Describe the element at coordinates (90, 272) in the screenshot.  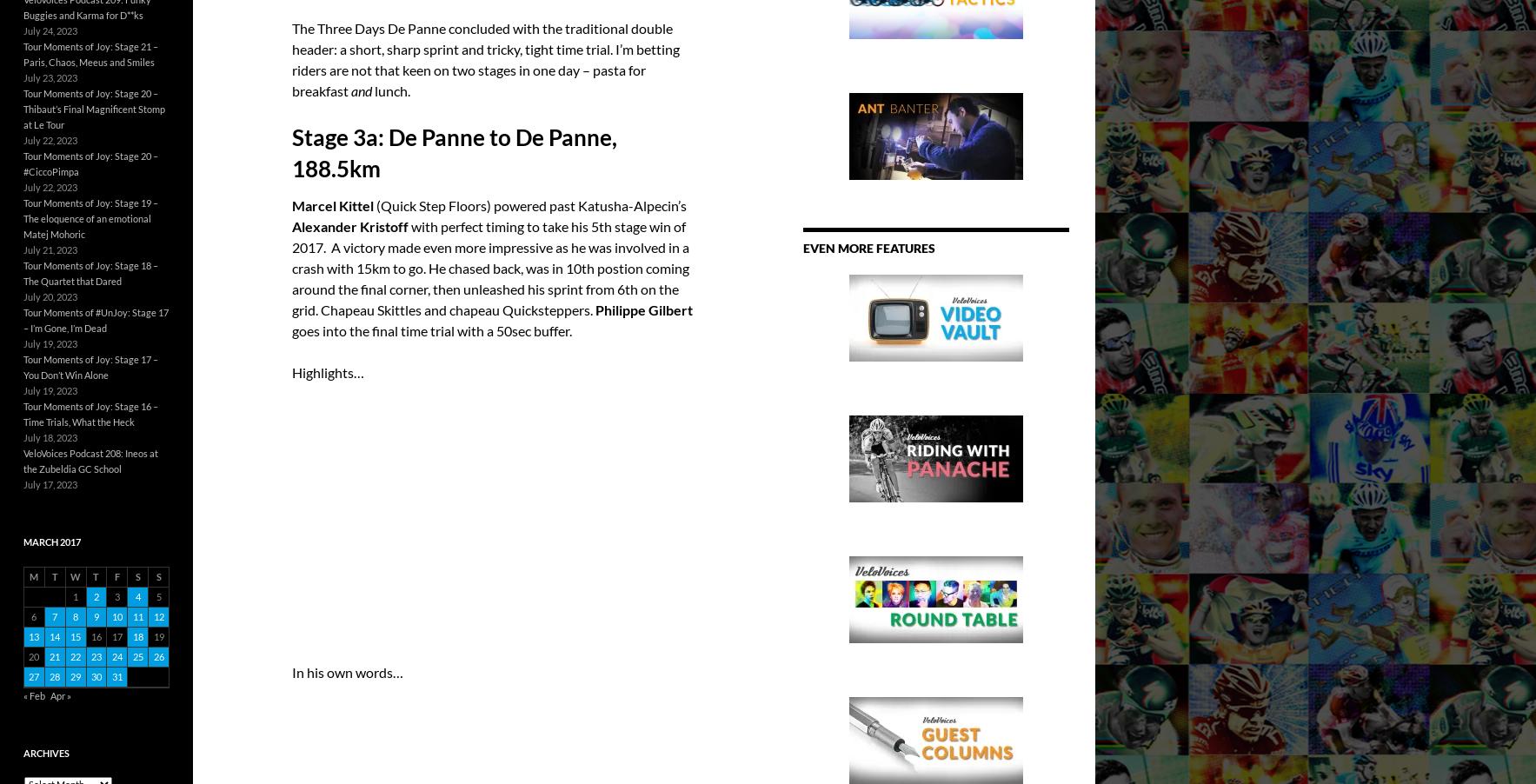
I see `'Tour Moments of Joy: Stage 18 – The Quartet that Dared'` at that location.